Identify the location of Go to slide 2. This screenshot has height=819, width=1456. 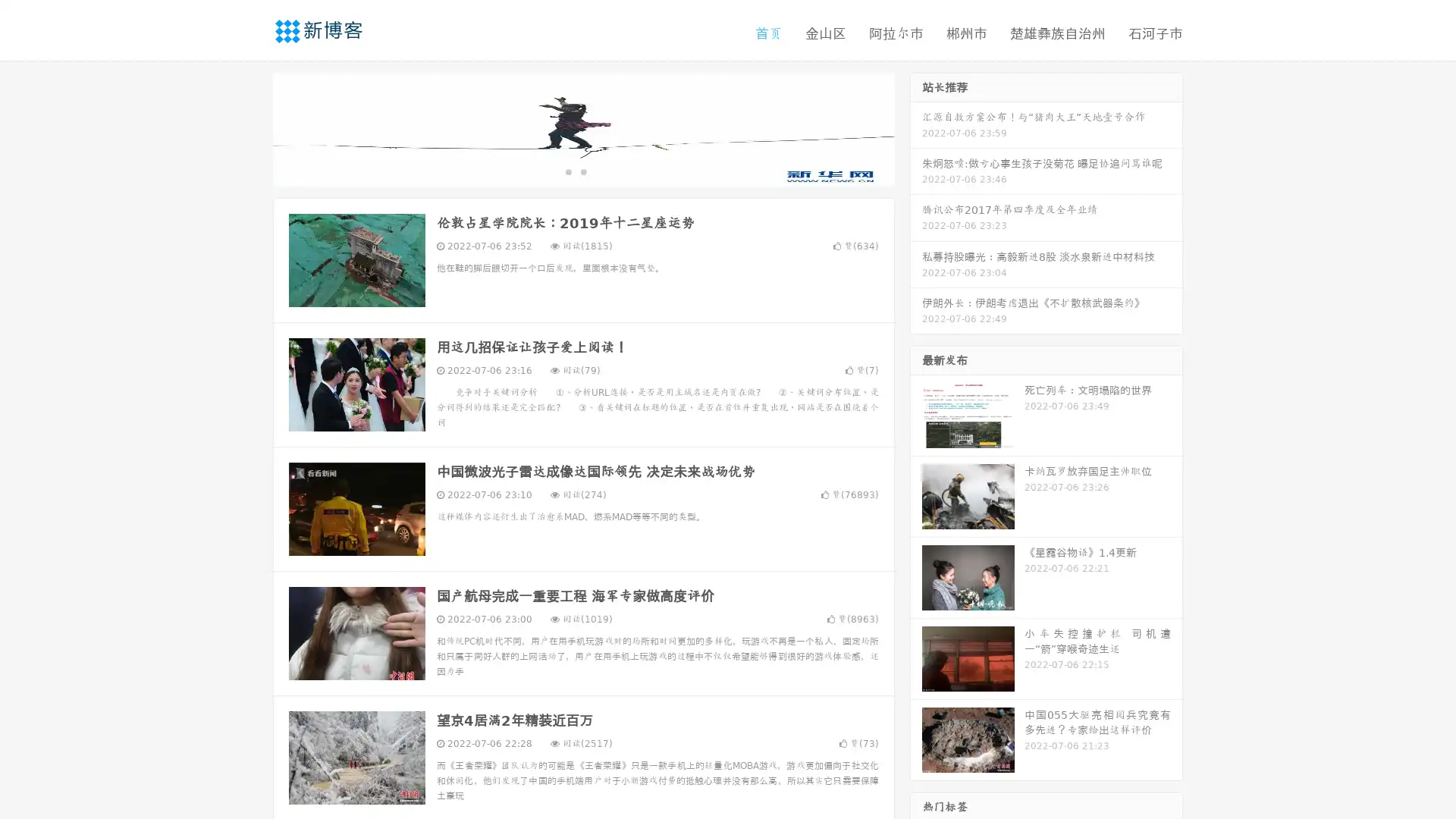
(582, 171).